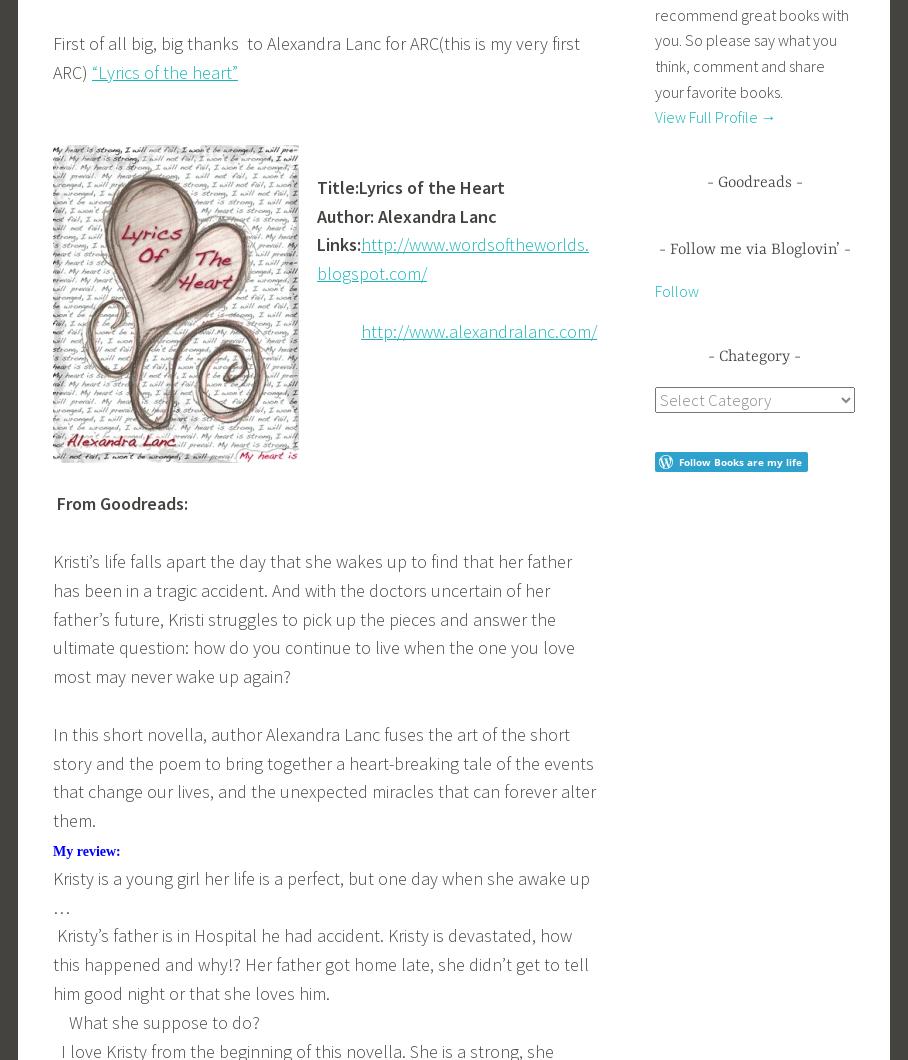  I want to click on 'Kristy is a young girl her life is a perfect, but one day when she awake up …', so click(320, 891).